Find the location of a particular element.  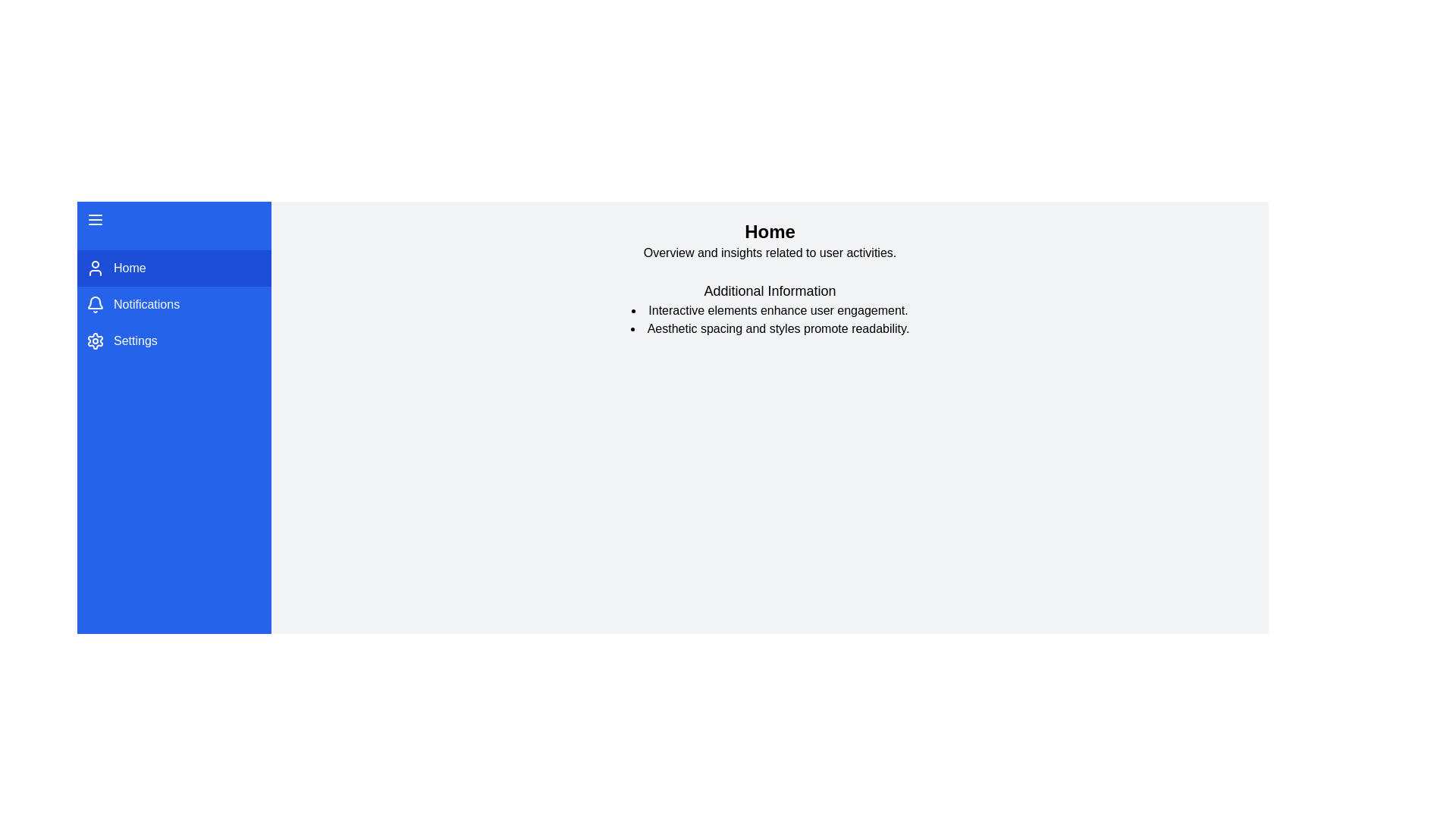

the Settings section from the sidebar menu is located at coordinates (174, 341).